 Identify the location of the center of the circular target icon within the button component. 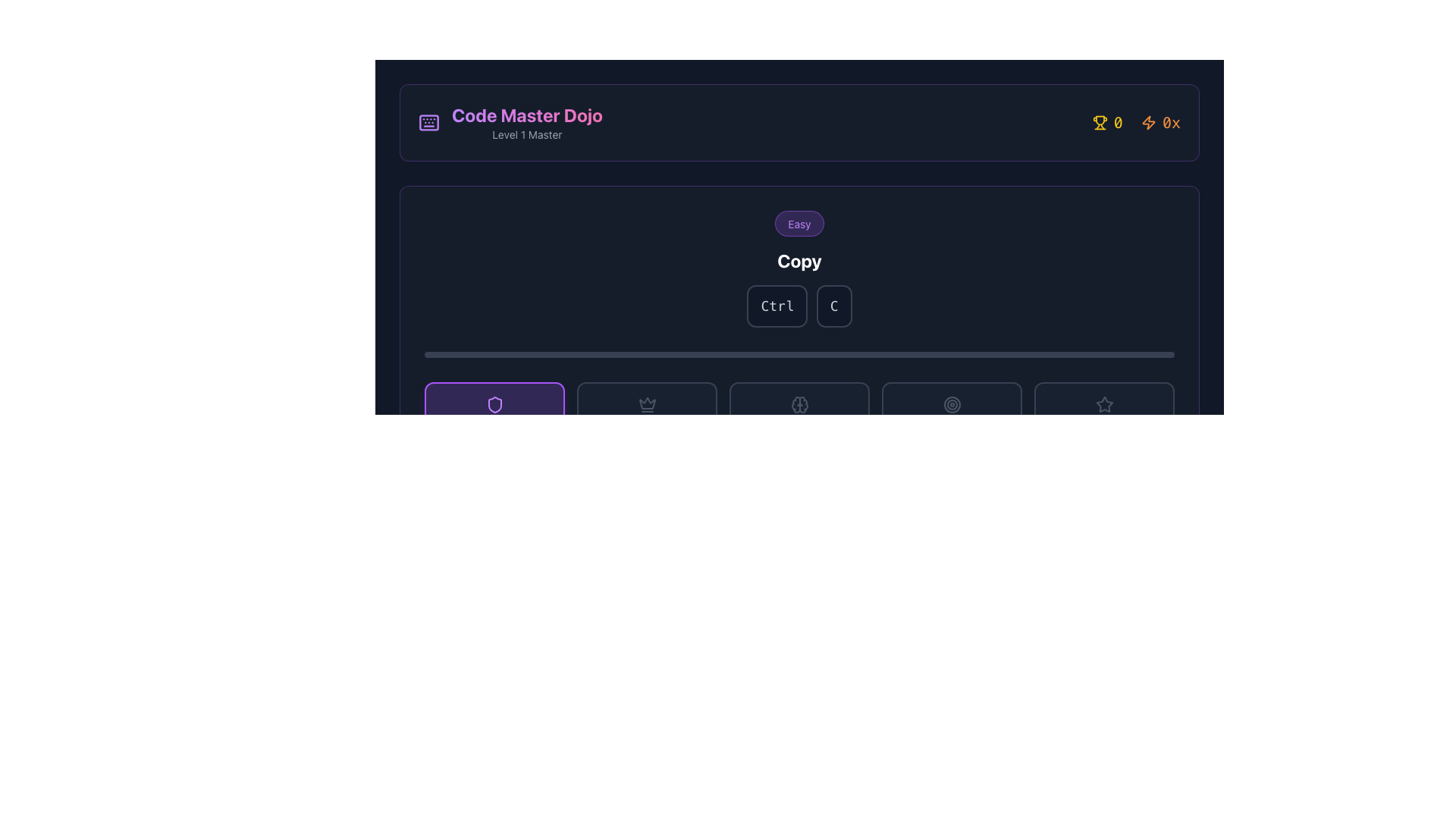
(951, 403).